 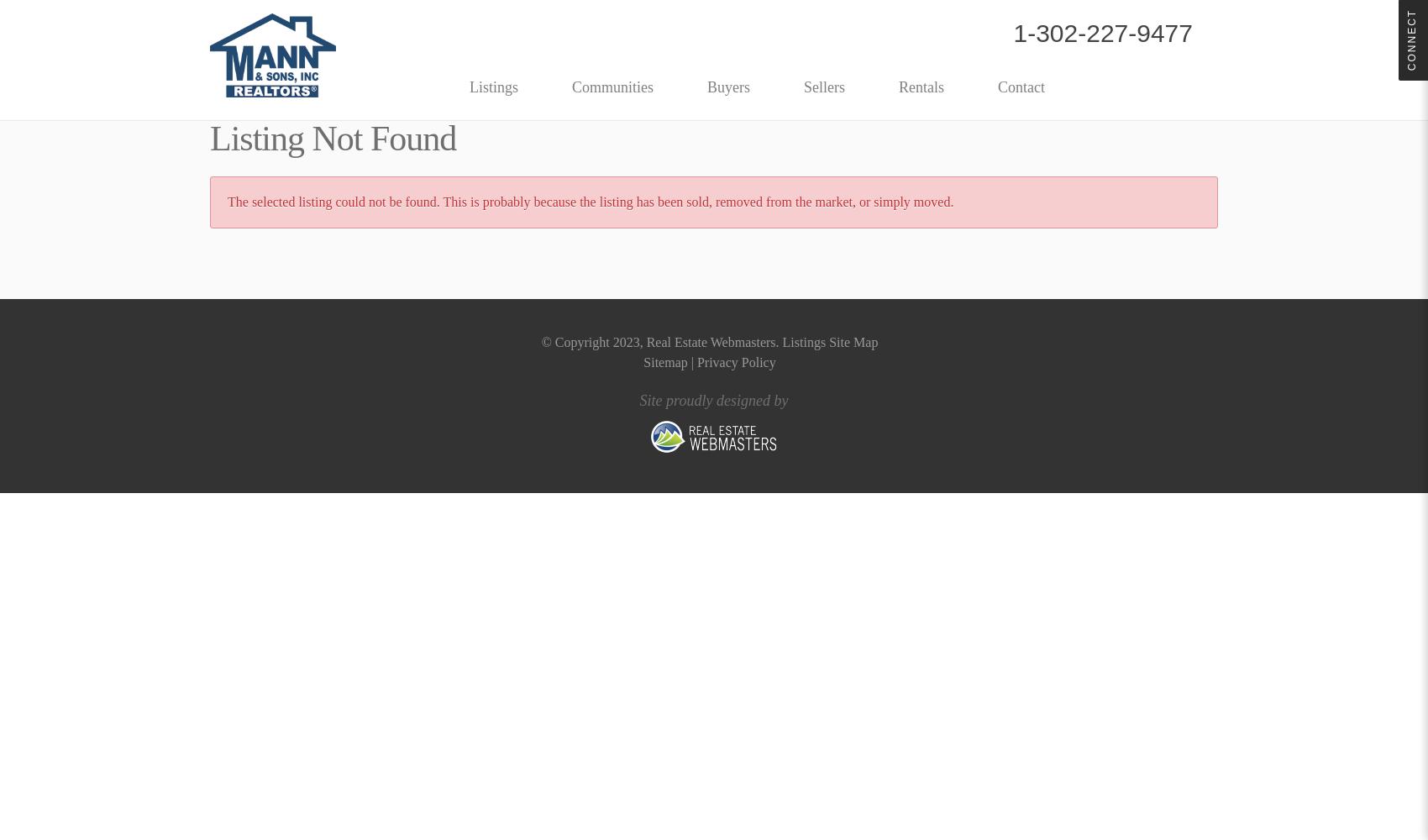 What do you see at coordinates (728, 87) in the screenshot?
I see `'Buyers'` at bounding box center [728, 87].